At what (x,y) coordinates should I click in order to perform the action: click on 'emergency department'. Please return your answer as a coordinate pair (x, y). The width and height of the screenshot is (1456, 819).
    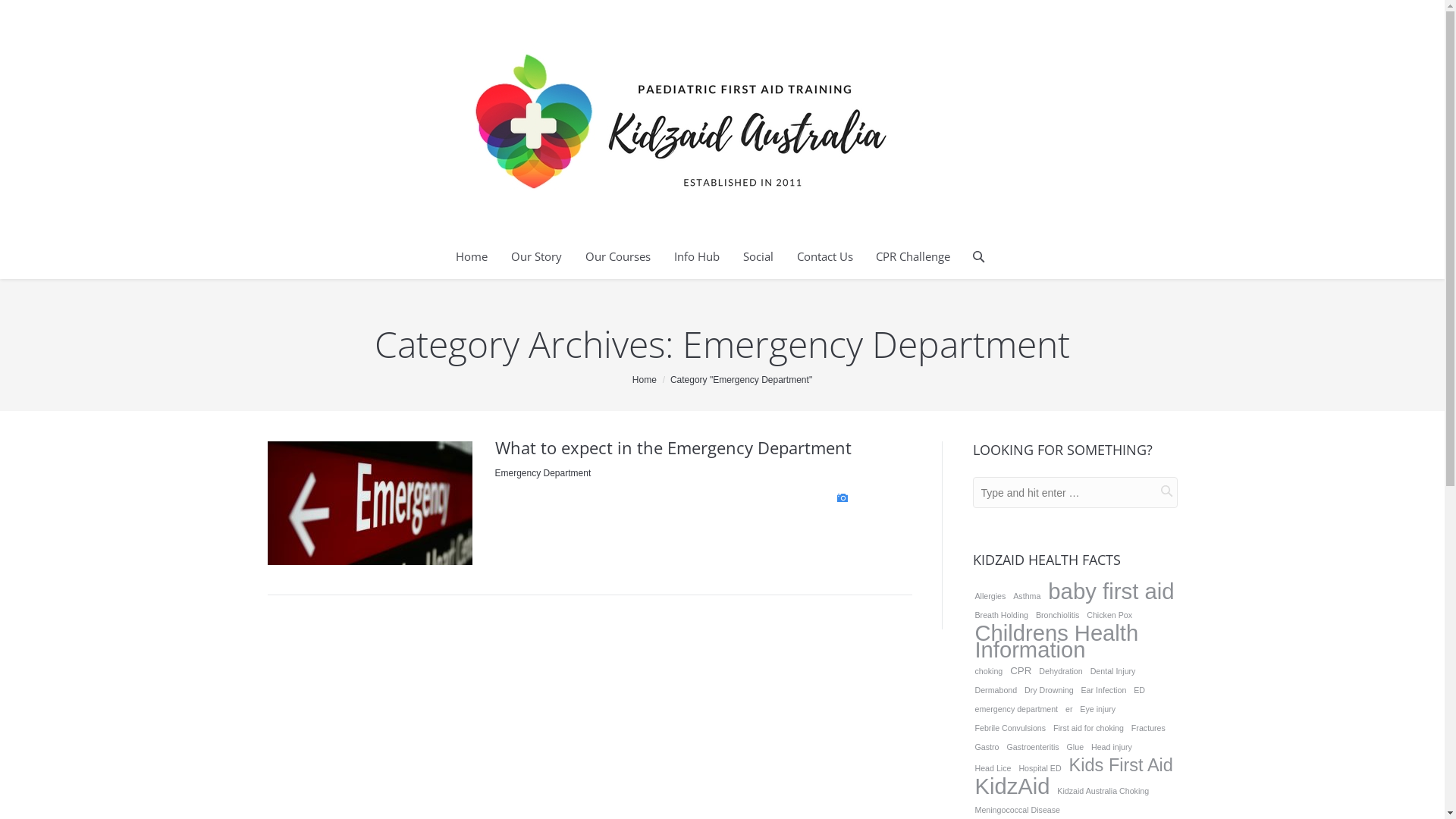
    Looking at the image, I should click on (1015, 708).